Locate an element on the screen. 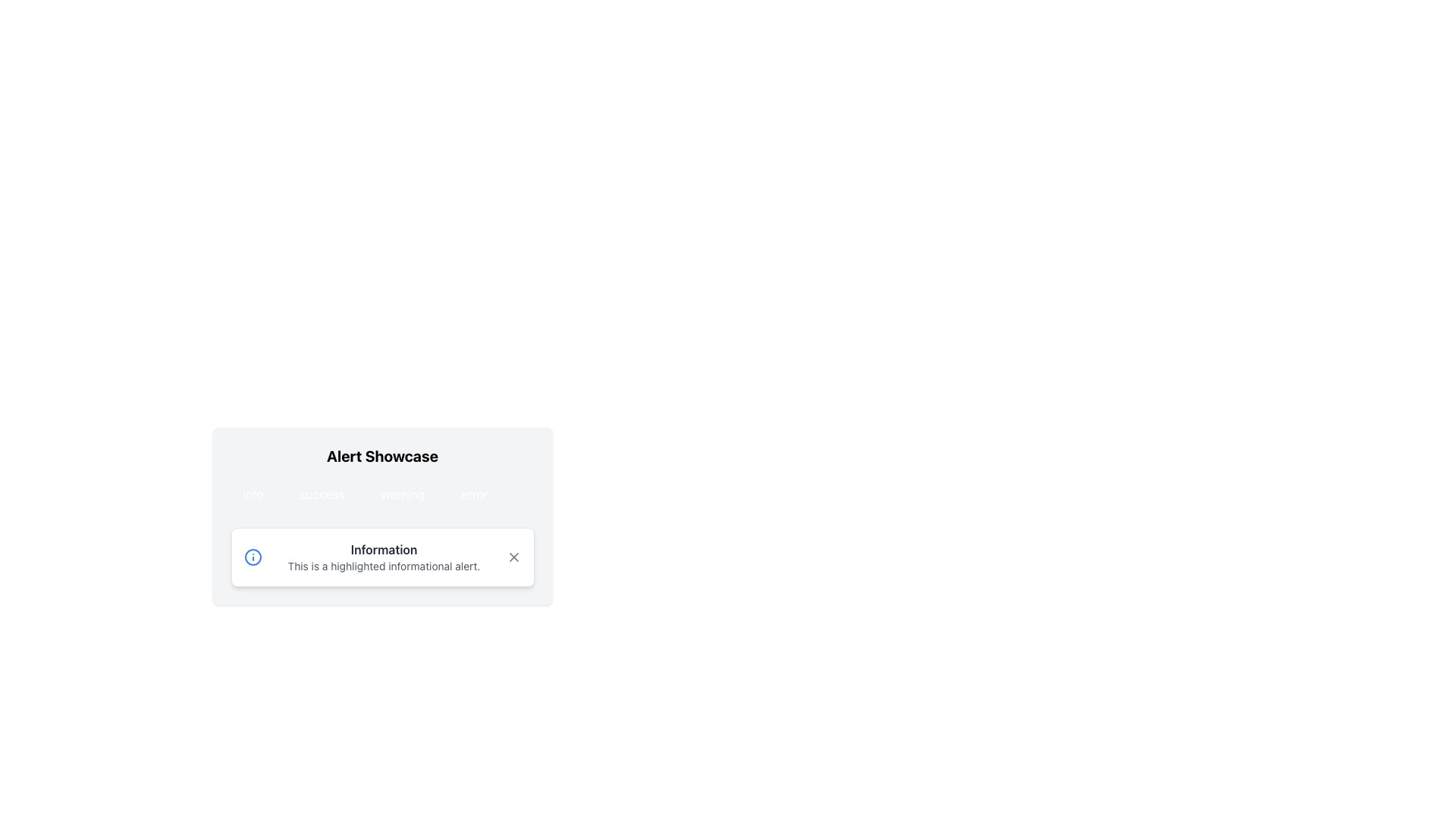 This screenshot has height=819, width=1456. header text label located in the alert box under the 'Alert Showcase' section, which serves as the title for the informational alert is located at coordinates (384, 550).